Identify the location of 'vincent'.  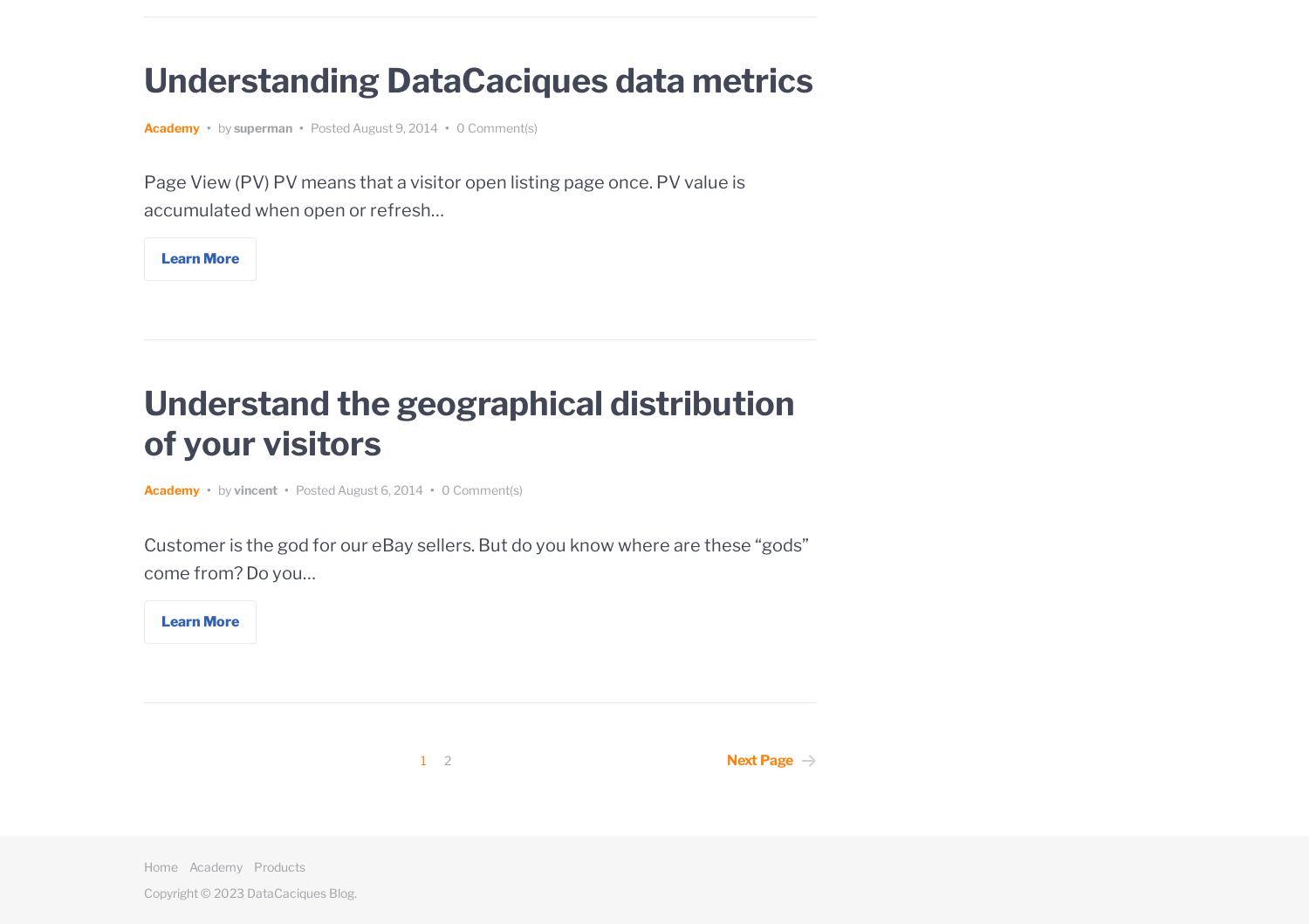
(255, 489).